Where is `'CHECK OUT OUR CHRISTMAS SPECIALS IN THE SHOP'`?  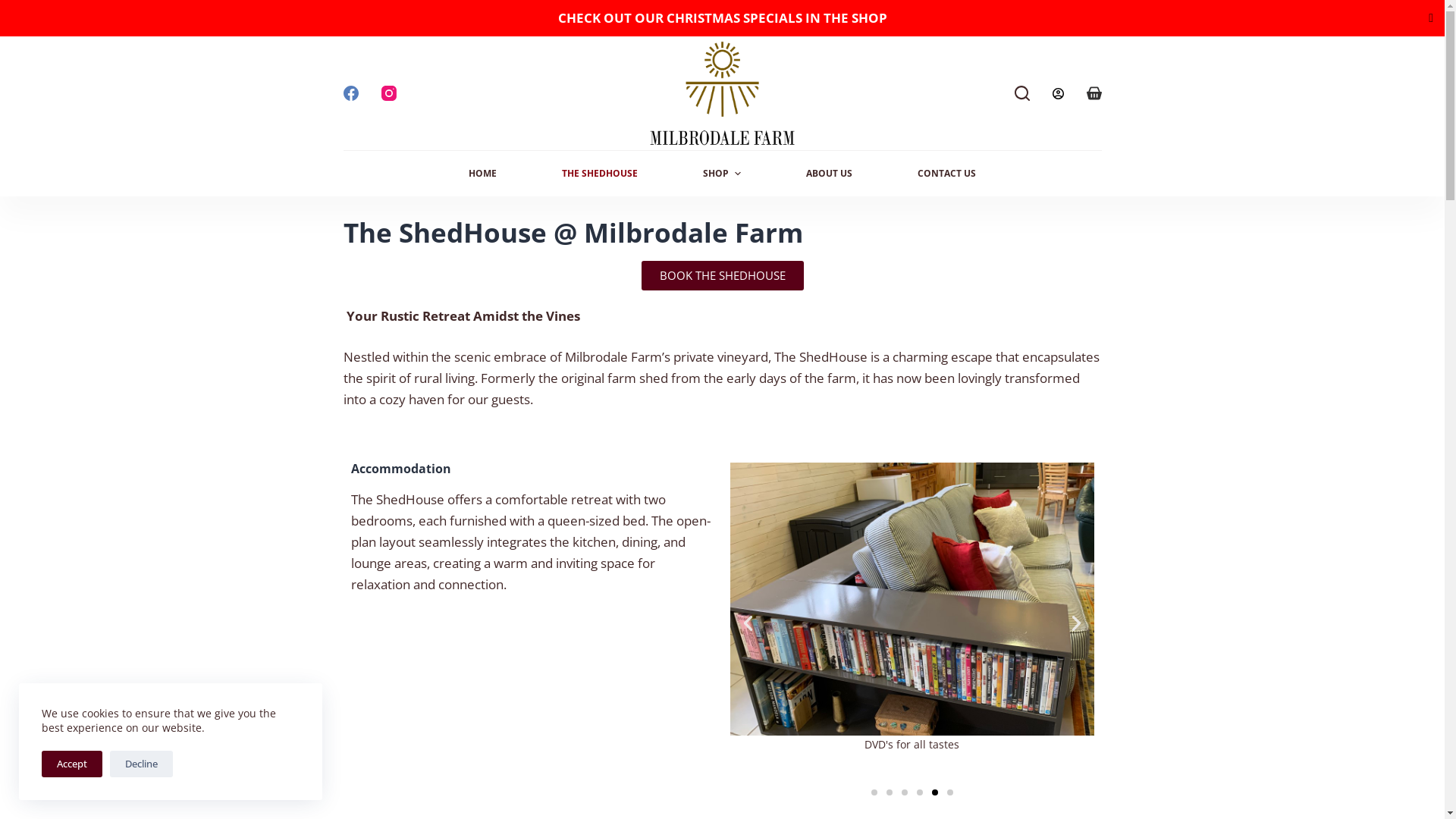
'CHECK OUT OUR CHRISTMAS SPECIALS IN THE SHOP' is located at coordinates (722, 17).